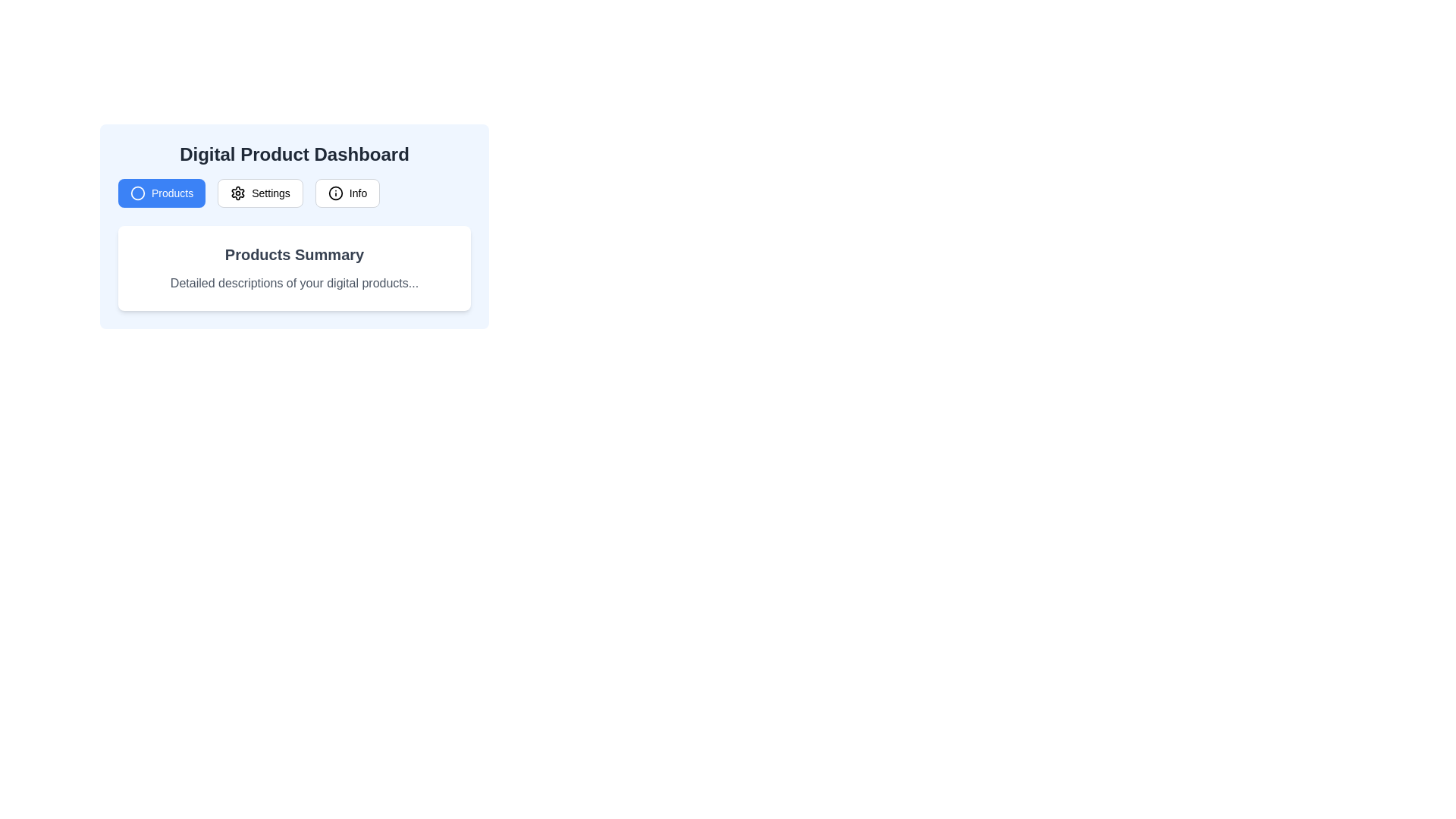  What do you see at coordinates (347, 192) in the screenshot?
I see `the 'Info' button, which is the third button in a row of three, featuring a white background and a rounded corner design` at bounding box center [347, 192].